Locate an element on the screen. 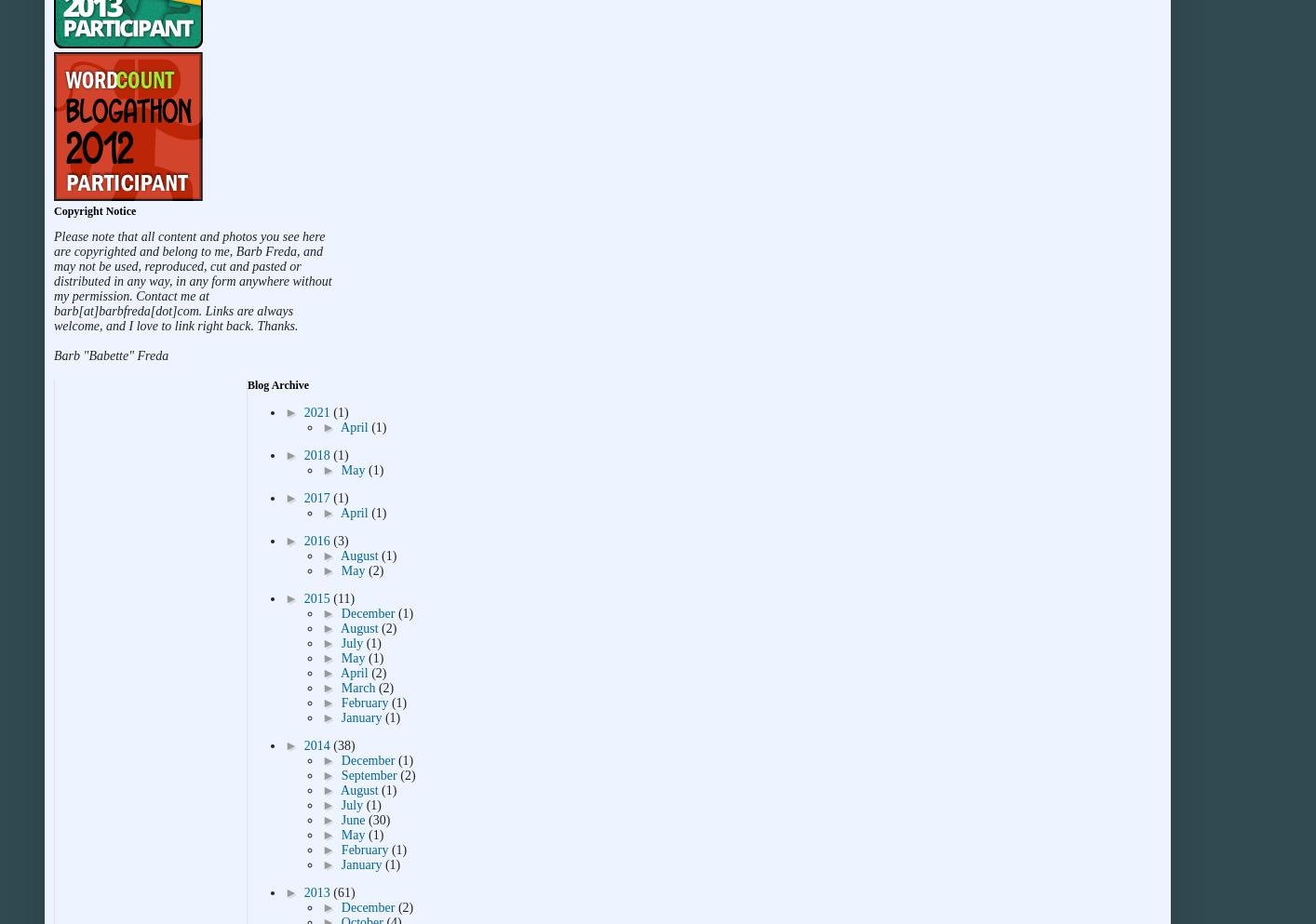  '2017' is located at coordinates (317, 497).